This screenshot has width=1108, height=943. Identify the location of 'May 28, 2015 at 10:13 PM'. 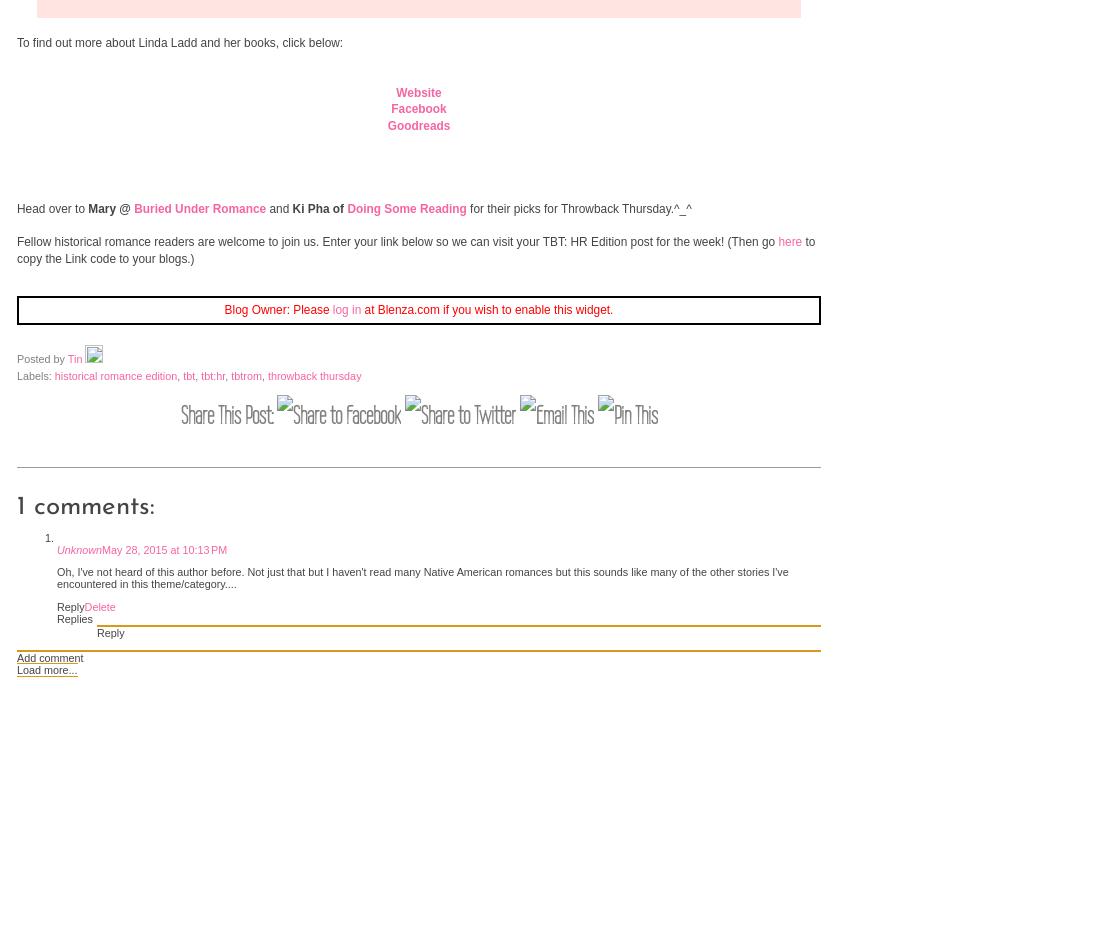
(102, 549).